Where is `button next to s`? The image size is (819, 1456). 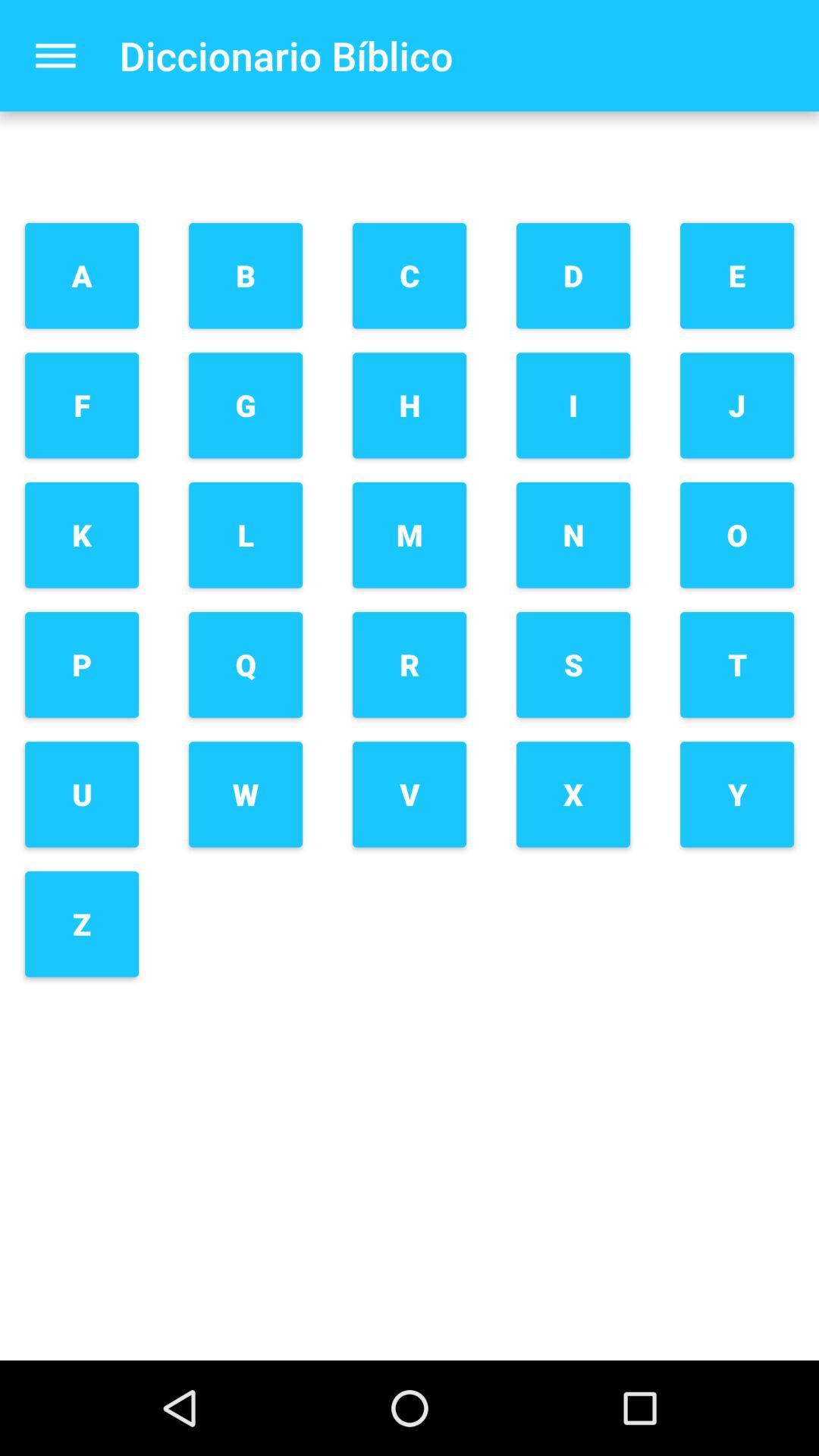
button next to s is located at coordinates (409, 793).